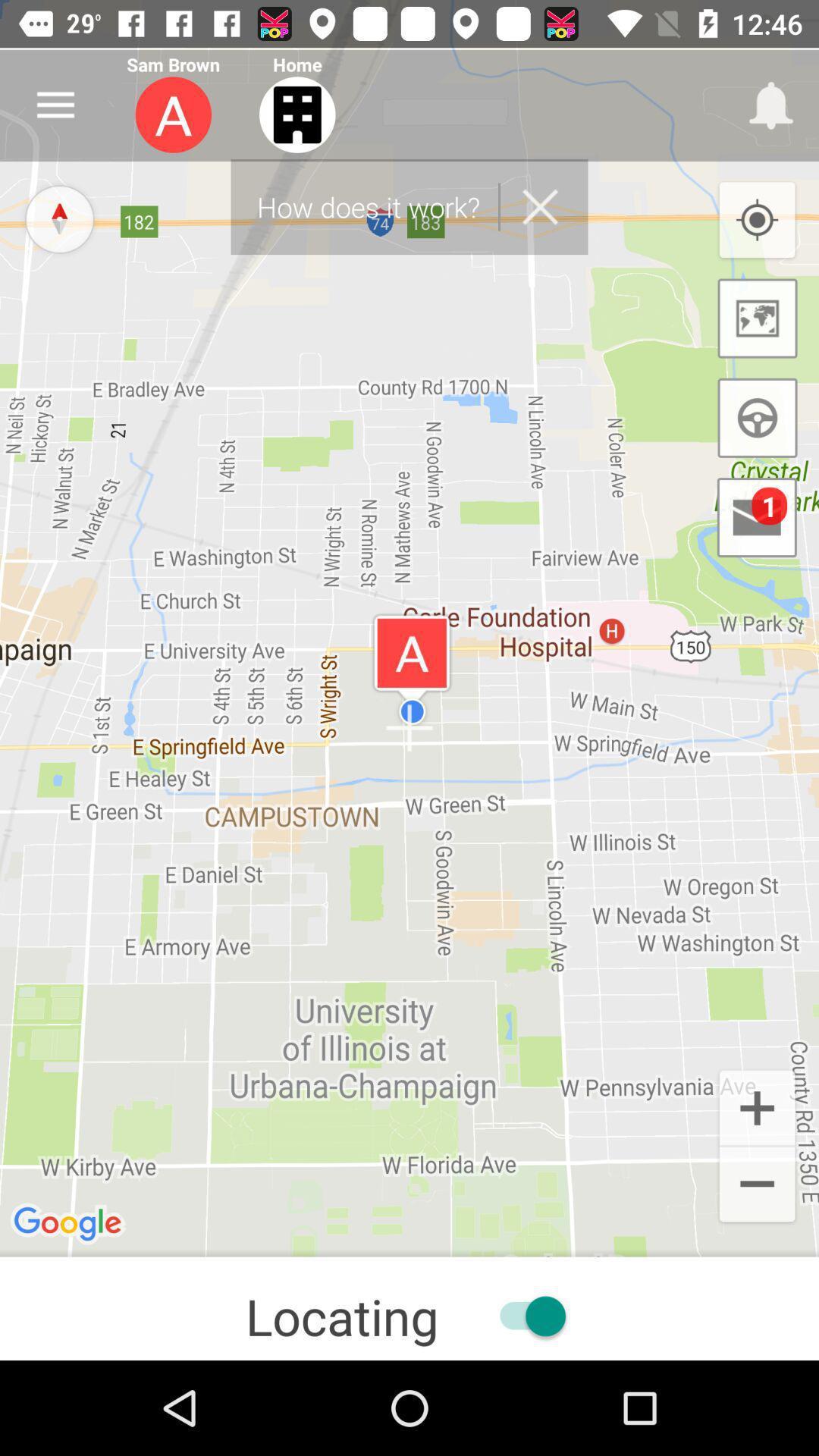 The width and height of the screenshot is (819, 1456). Describe the element at coordinates (757, 220) in the screenshot. I see `the location_crosshair icon` at that location.